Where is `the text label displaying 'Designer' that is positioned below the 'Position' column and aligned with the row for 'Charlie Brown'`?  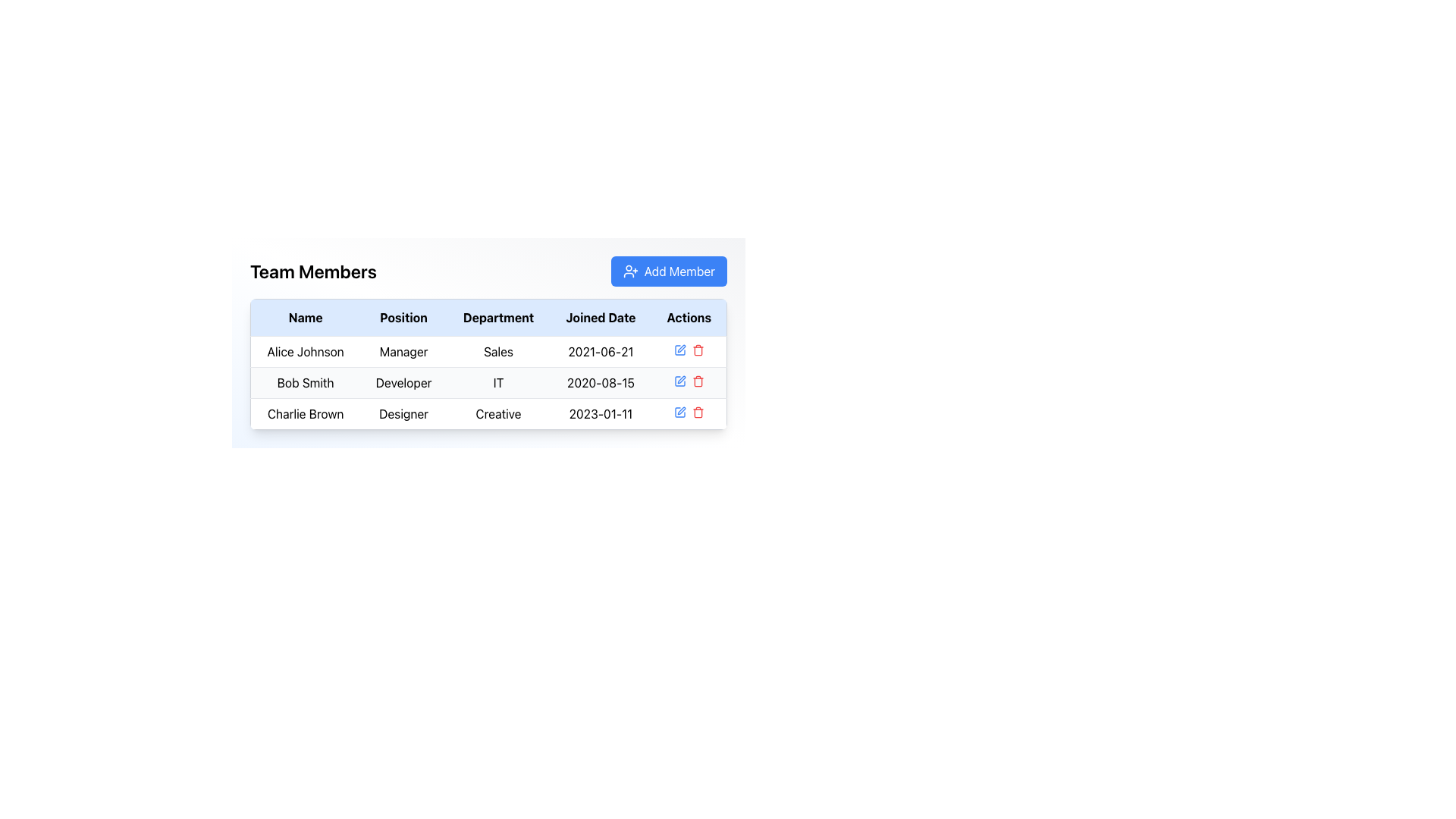 the text label displaying 'Designer' that is positioned below the 'Position' column and aligned with the row for 'Charlie Brown' is located at coordinates (403, 414).